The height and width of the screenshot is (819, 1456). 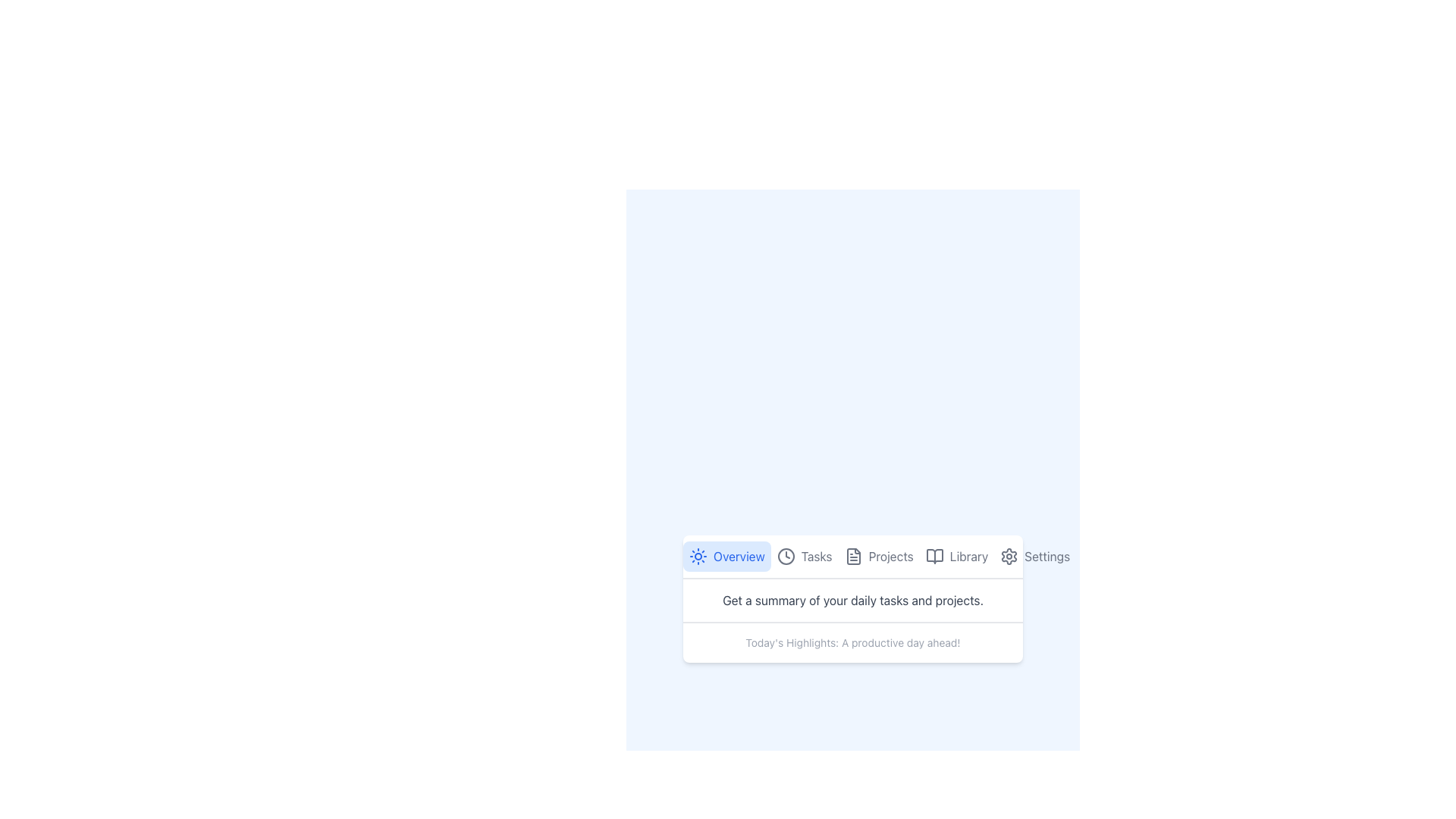 I want to click on the fourth button in the navigation menu, so click(x=956, y=556).